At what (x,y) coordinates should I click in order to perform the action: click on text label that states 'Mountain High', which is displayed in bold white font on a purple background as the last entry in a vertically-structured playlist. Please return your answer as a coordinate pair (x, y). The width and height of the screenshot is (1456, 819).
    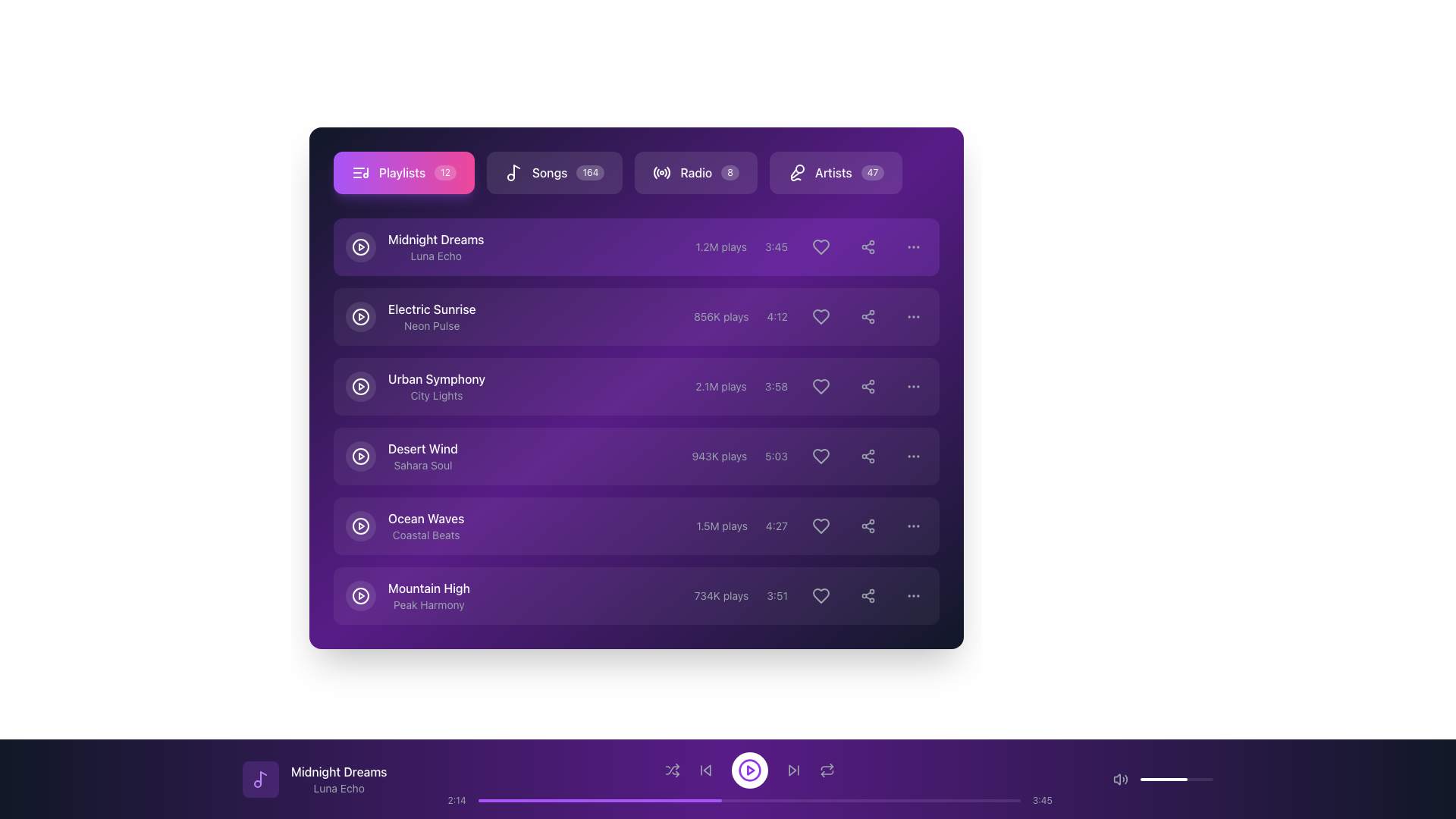
    Looking at the image, I should click on (428, 587).